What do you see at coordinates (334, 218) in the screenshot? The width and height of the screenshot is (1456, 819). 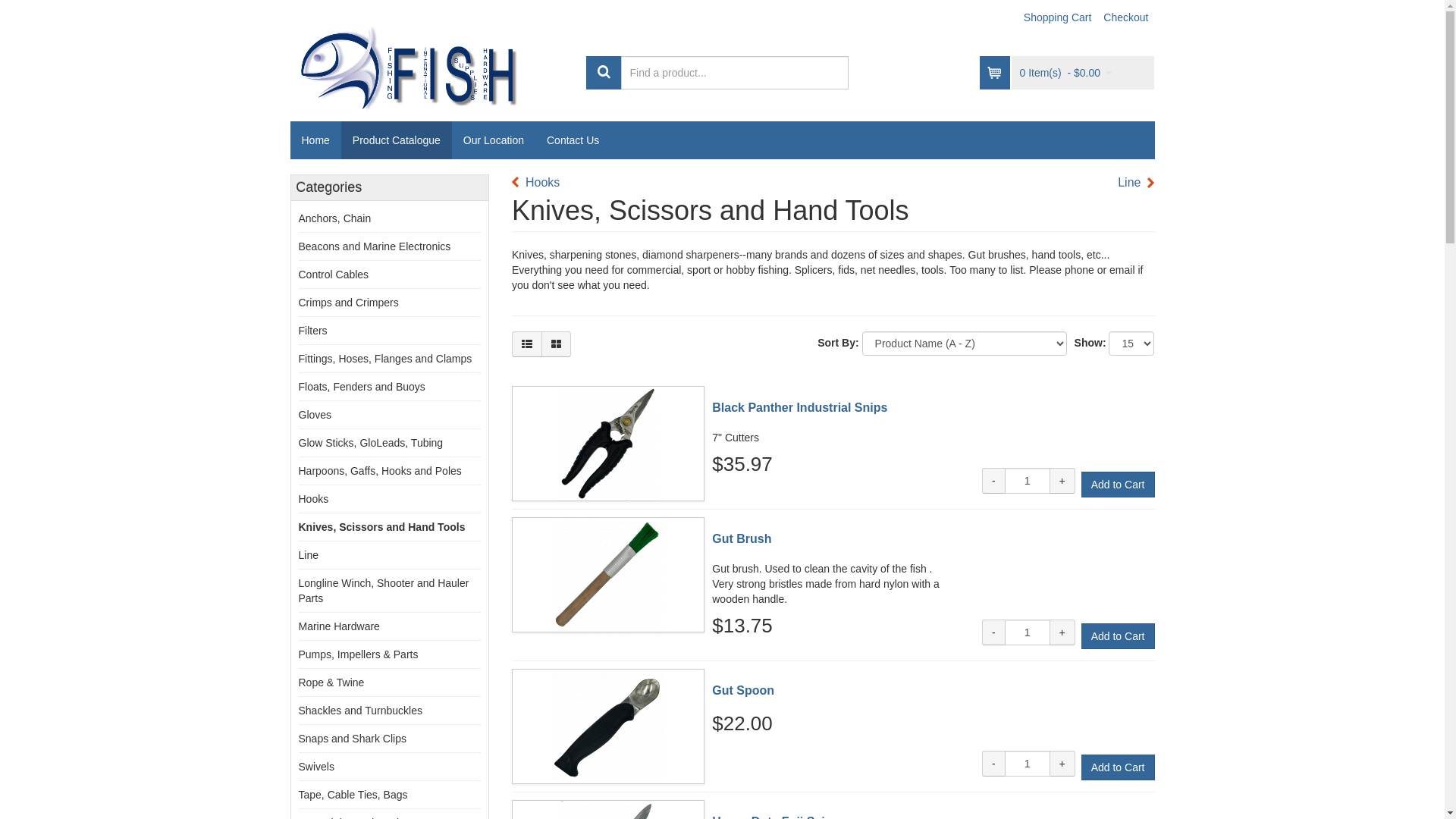 I see `'Anchors, Chain'` at bounding box center [334, 218].